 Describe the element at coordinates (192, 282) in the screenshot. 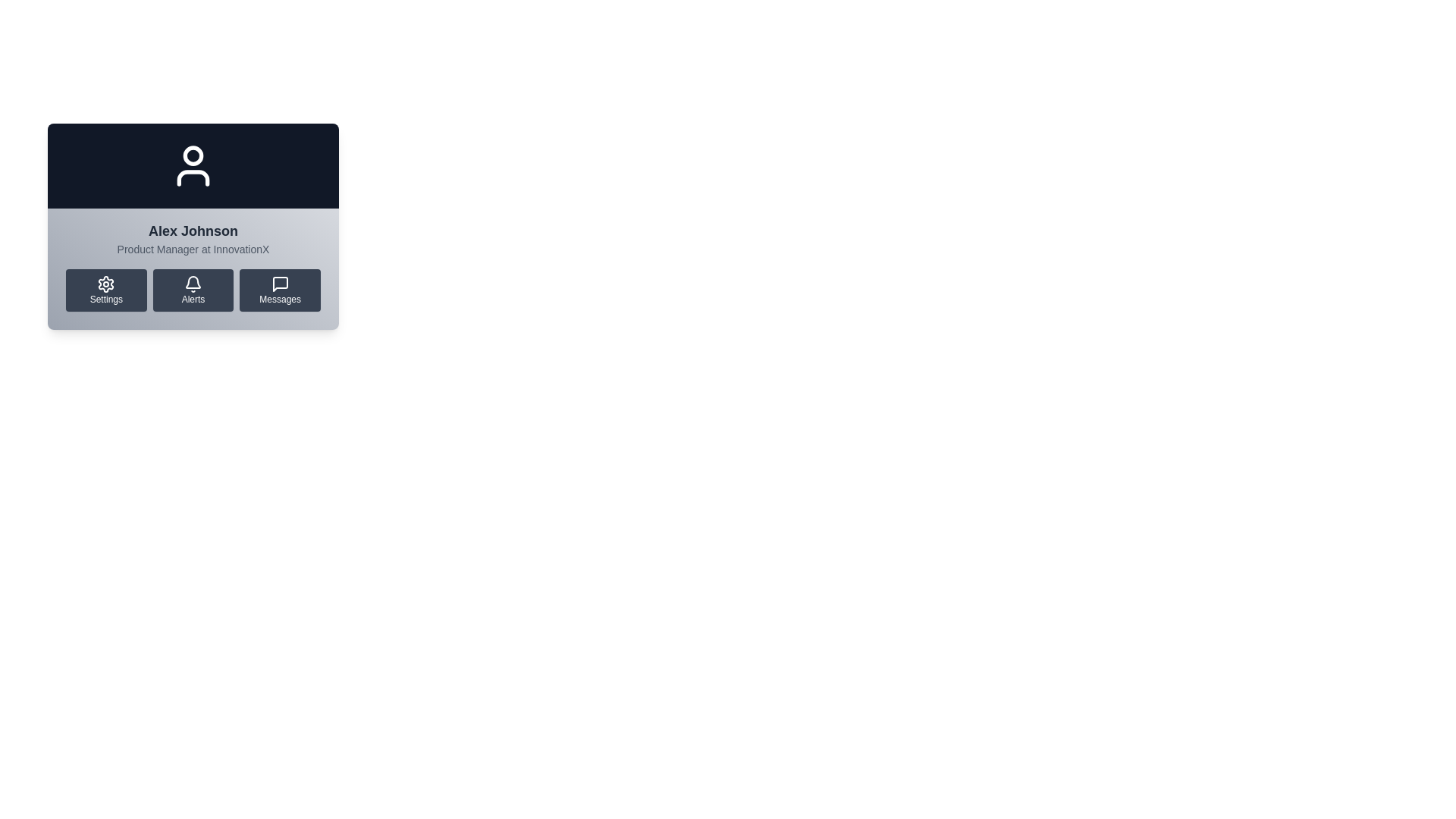

I see `the bell icon representing alerts or notifications, which is part of the 'Alerts' button located between 'Settings' and 'Messages' buttons` at that location.